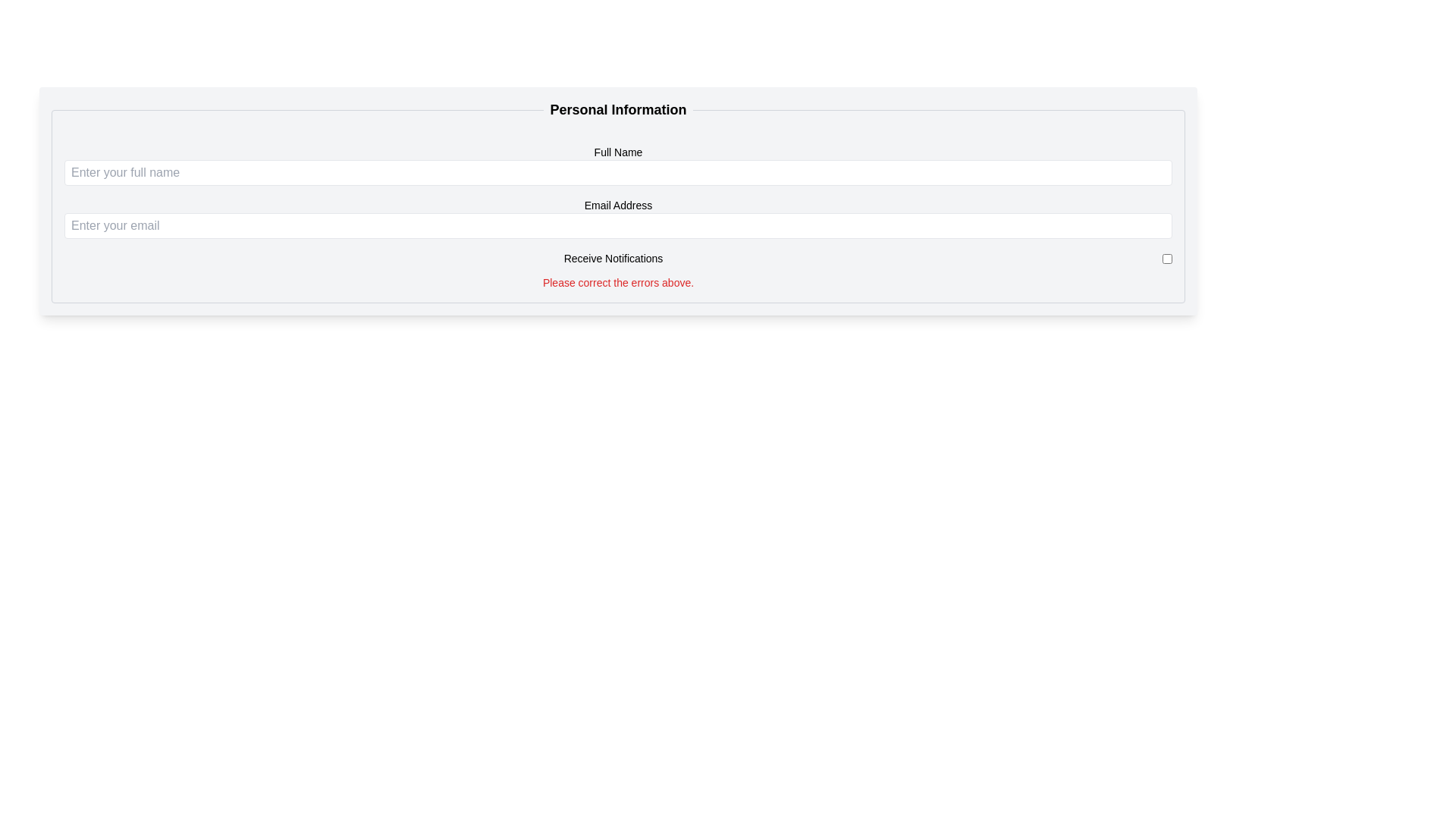 This screenshot has height=819, width=1456. Describe the element at coordinates (1166, 257) in the screenshot. I see `the checkbox for 'Receive Notifications'` at that location.